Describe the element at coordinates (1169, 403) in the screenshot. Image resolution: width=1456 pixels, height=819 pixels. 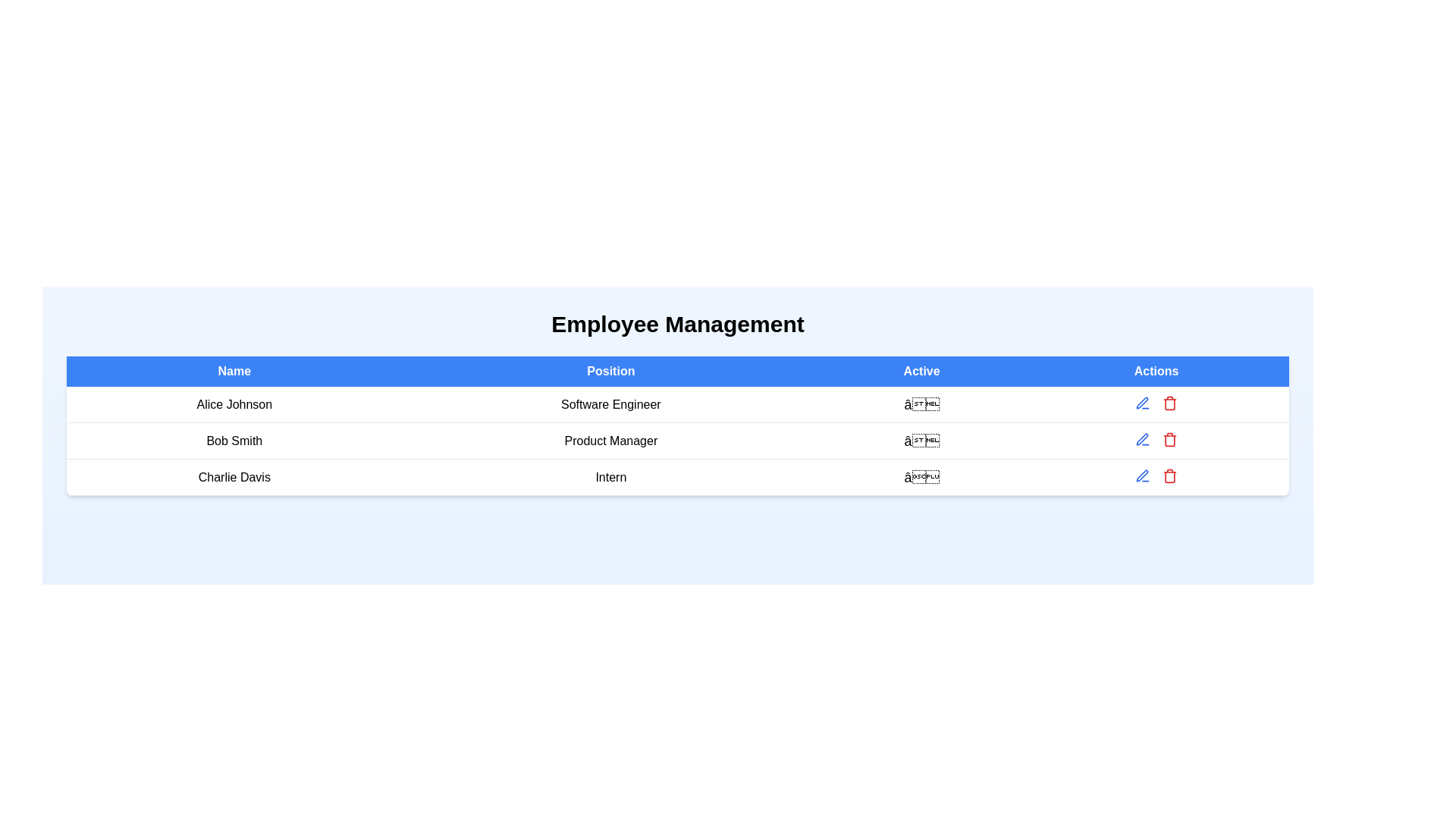
I see `delete button for the employee record with name Alice Johnson` at that location.